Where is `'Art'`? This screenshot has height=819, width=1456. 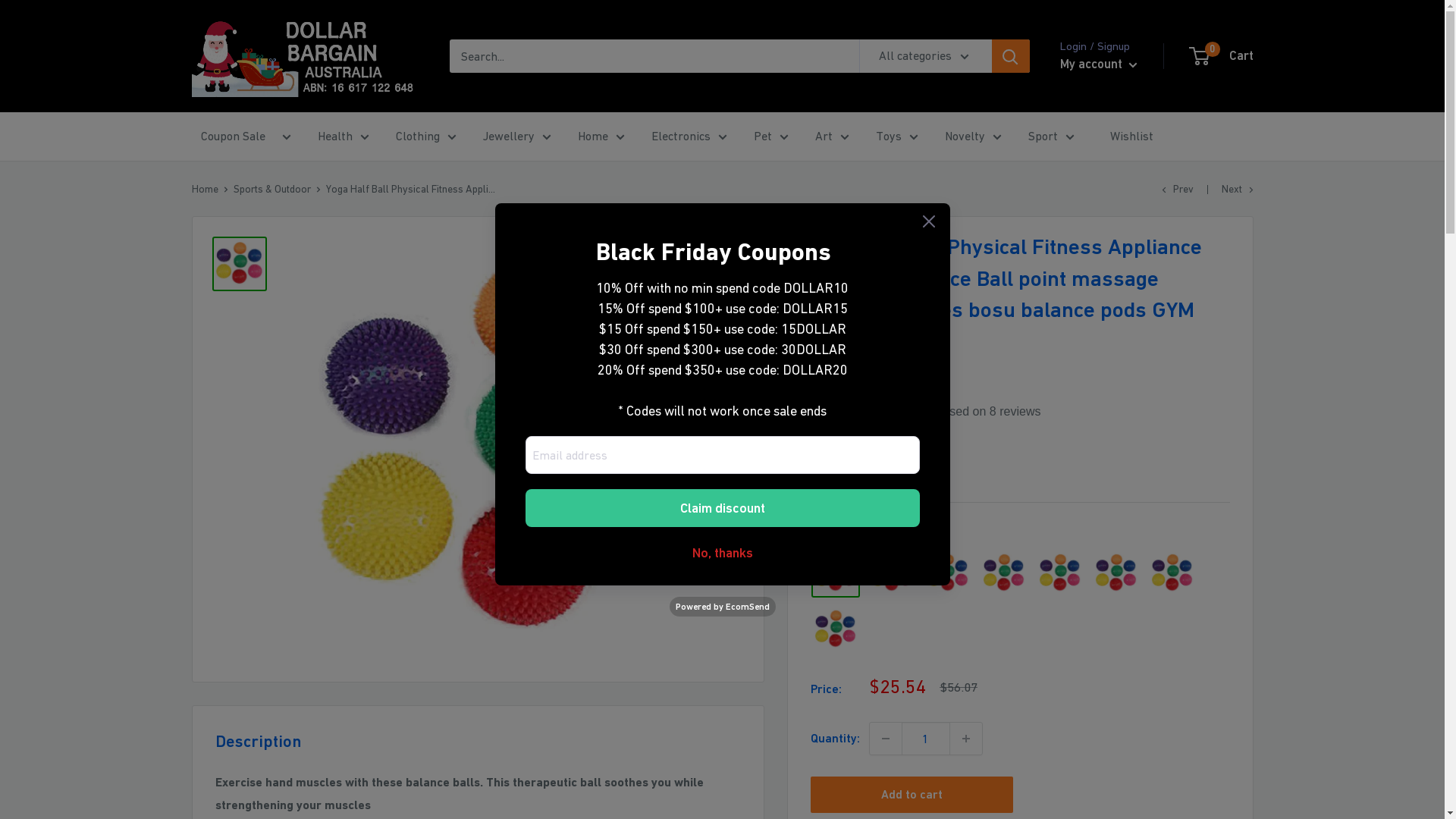
'Art' is located at coordinates (830, 136).